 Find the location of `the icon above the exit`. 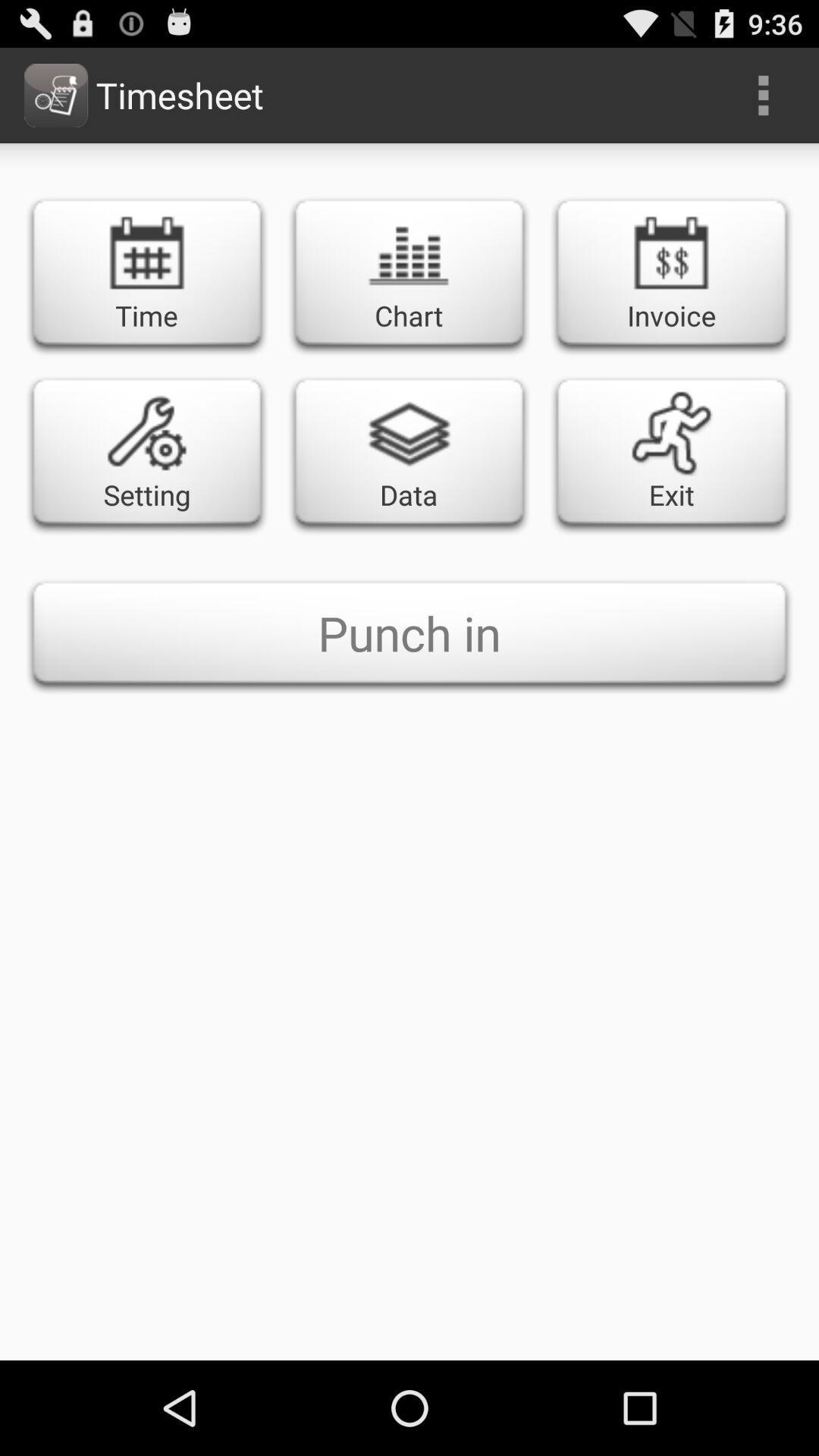

the icon above the exit is located at coordinates (670, 254).